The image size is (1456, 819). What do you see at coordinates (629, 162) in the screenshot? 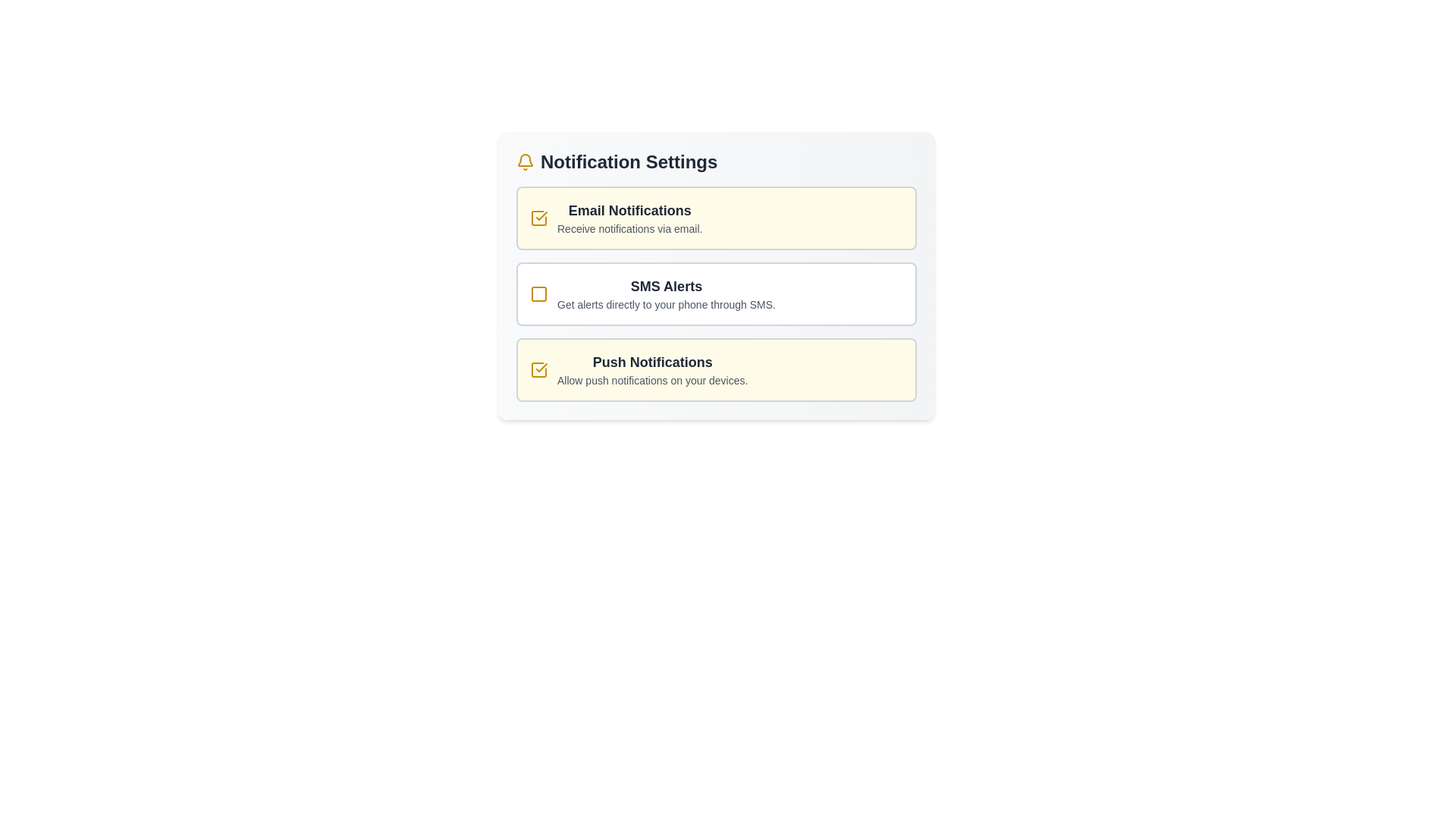
I see `the 'Notification Settings' header, which is a bold, large text label in dark gray color, centrally positioned near the top of its section` at bounding box center [629, 162].